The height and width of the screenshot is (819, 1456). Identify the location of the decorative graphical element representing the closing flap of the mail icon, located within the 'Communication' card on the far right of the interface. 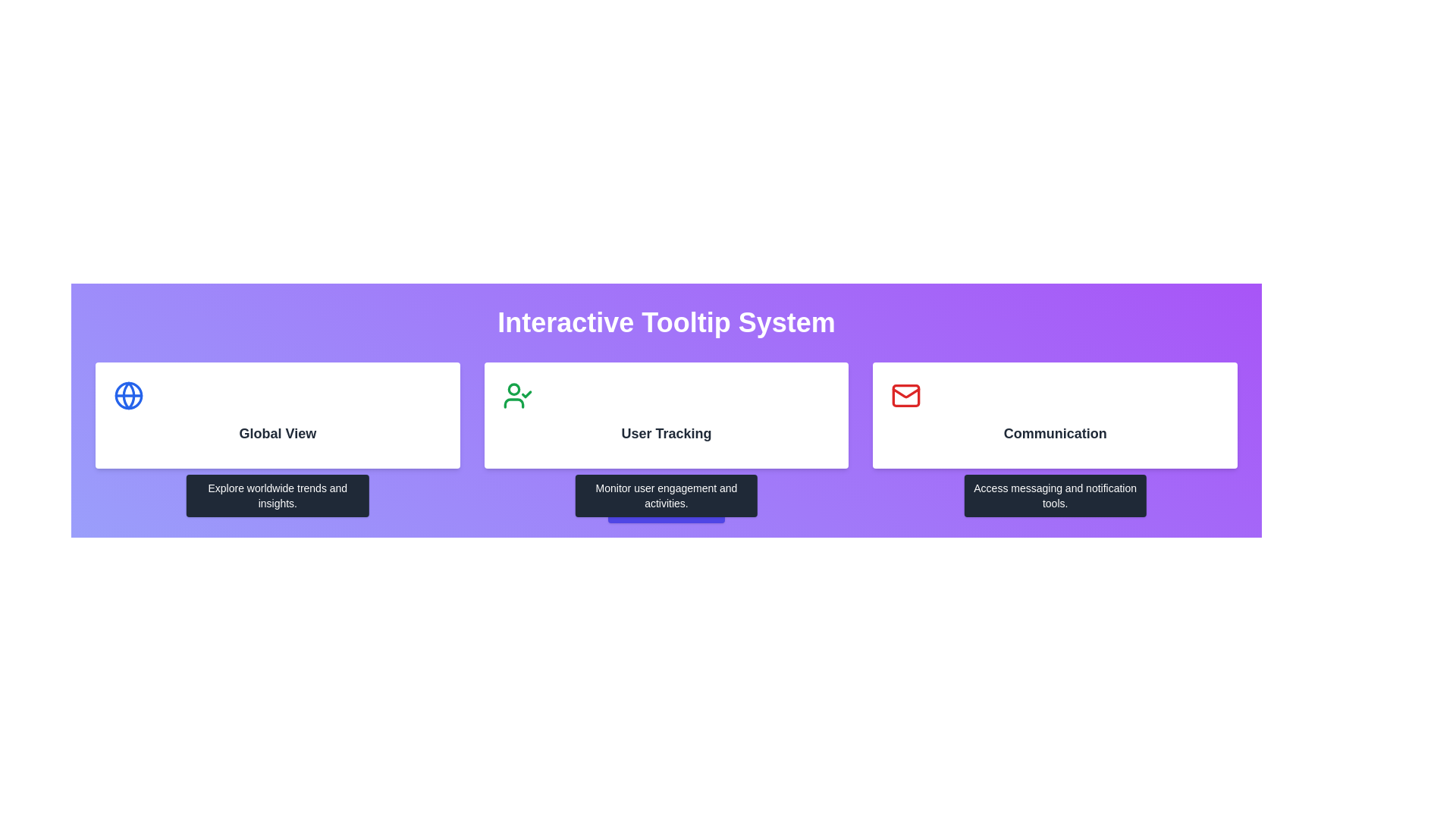
(906, 392).